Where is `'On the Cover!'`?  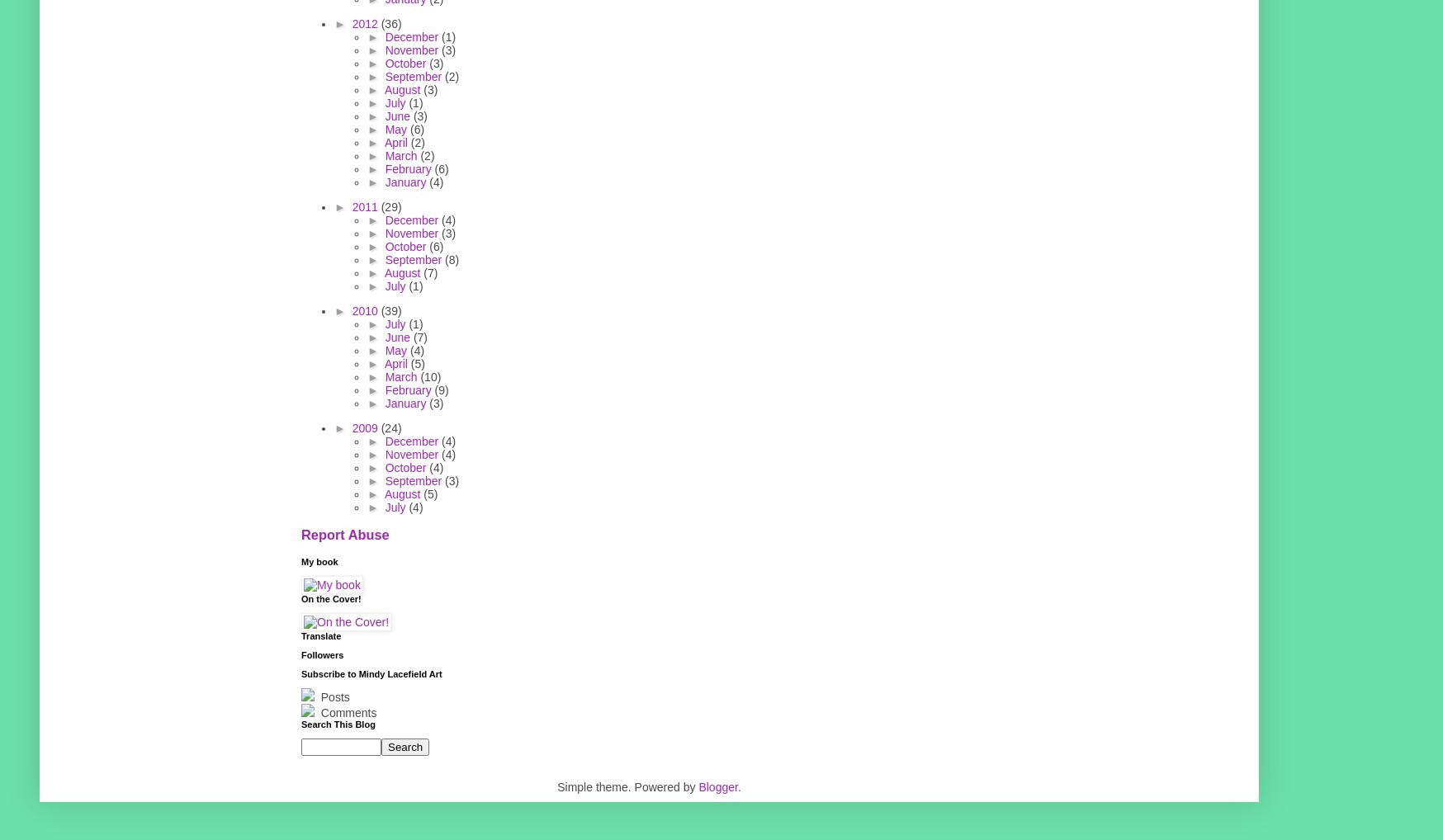 'On the Cover!' is located at coordinates (330, 597).